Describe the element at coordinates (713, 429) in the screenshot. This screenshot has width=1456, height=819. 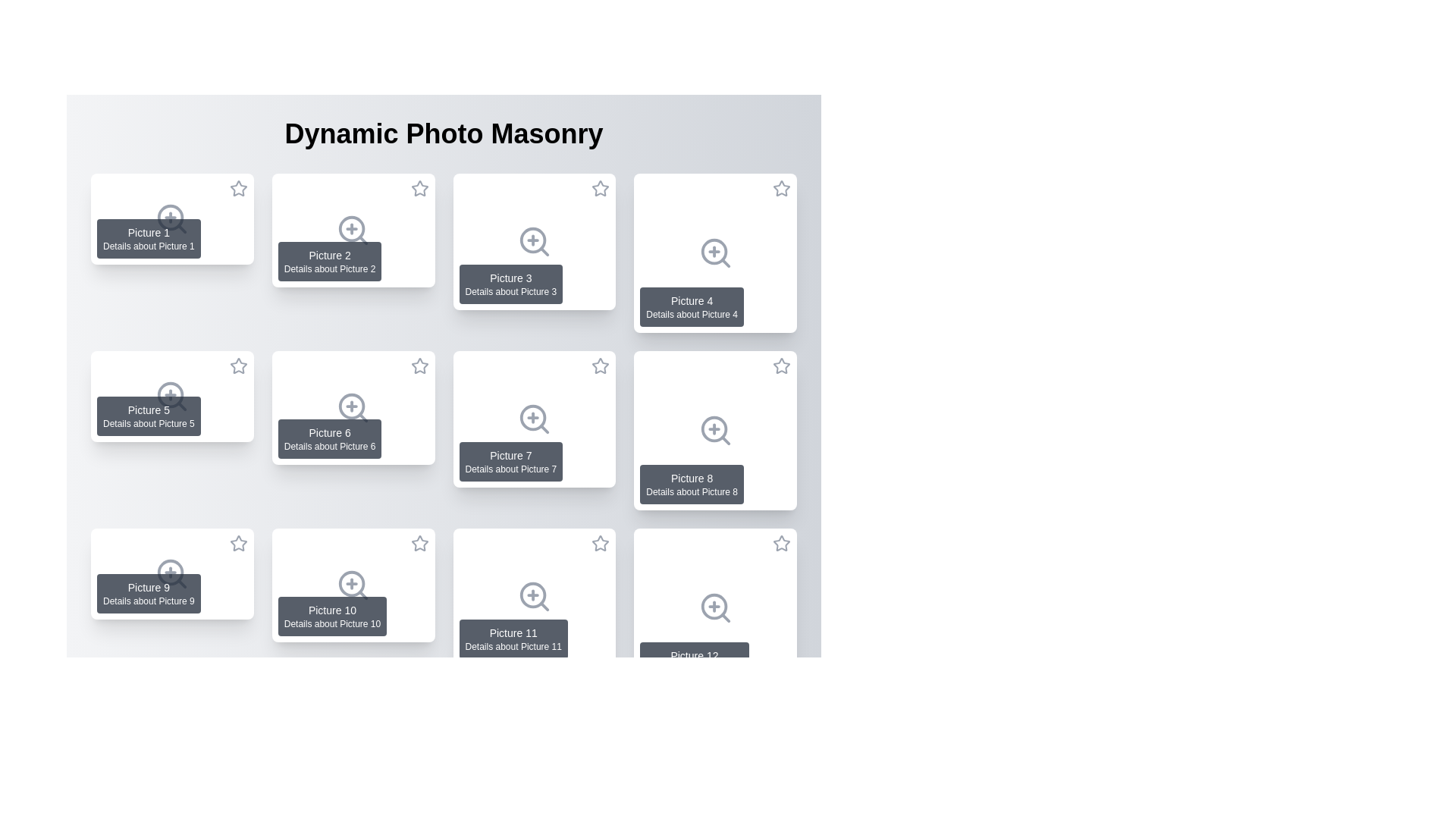
I see `the Circle element of the zoom-in icon that indicates an option to magnify the picture labeled 'Picture 8'` at that location.